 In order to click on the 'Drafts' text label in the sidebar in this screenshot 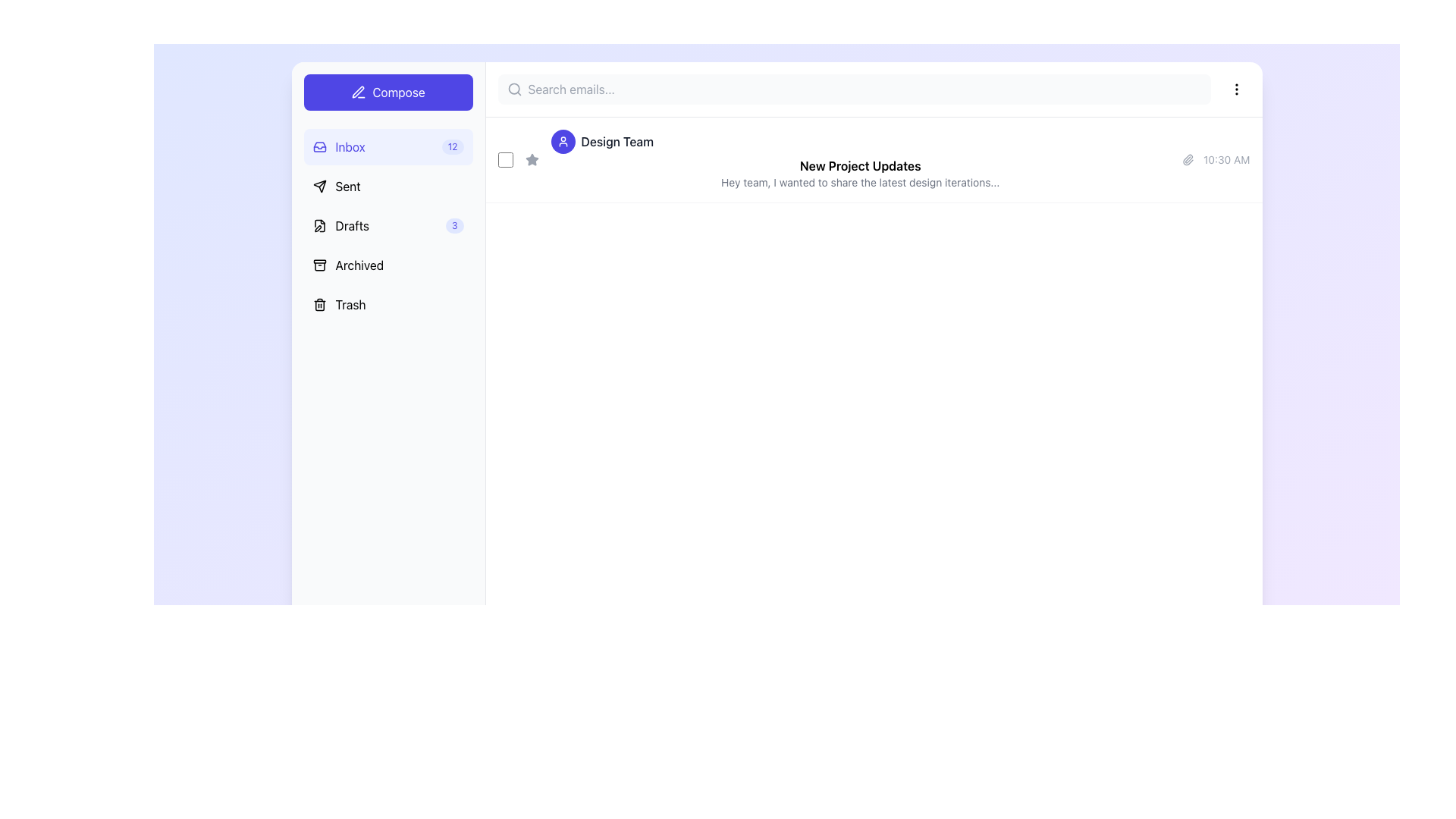, I will do `click(351, 225)`.